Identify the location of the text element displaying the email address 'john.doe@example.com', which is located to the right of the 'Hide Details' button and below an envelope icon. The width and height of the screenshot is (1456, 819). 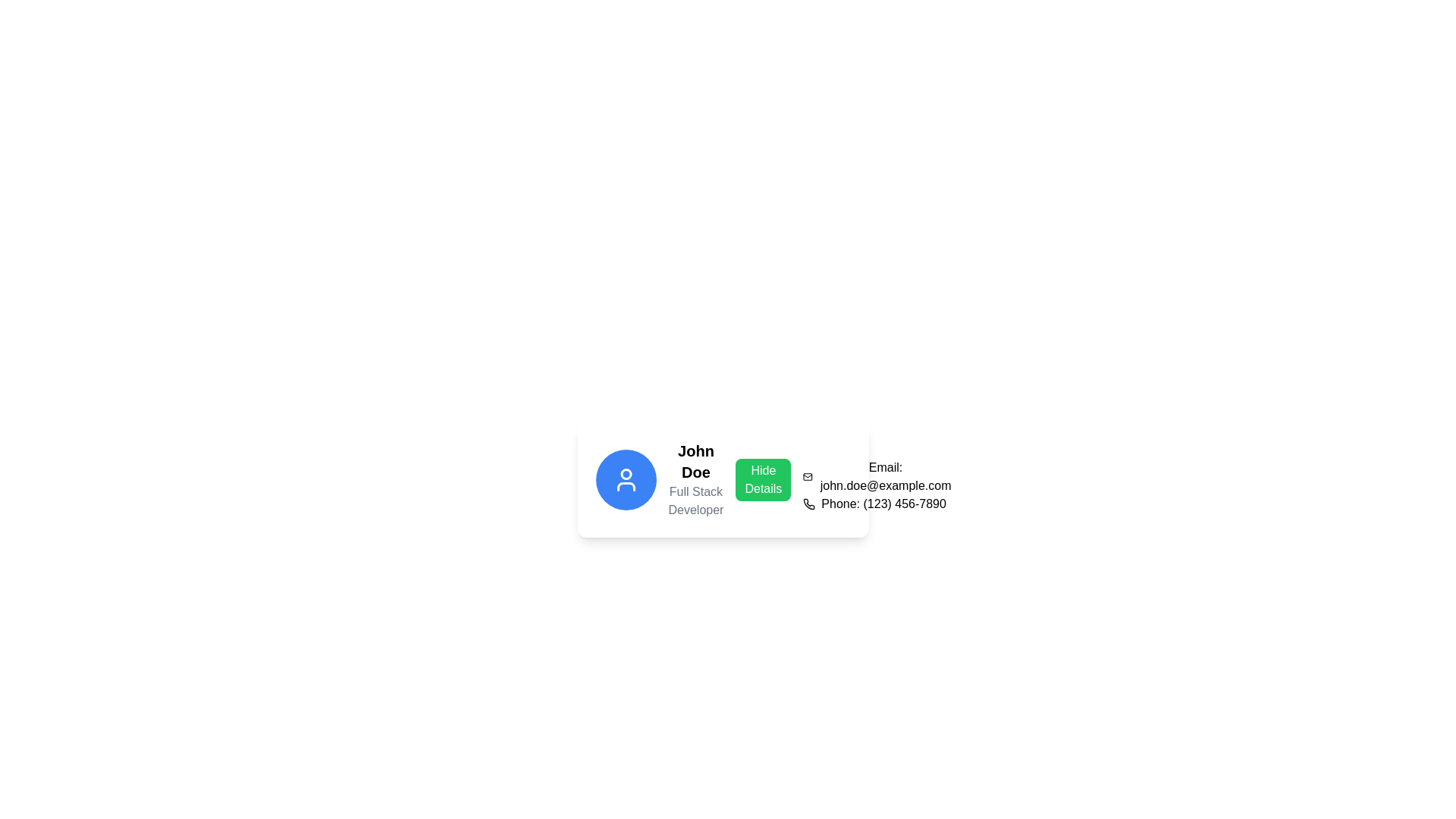
(886, 475).